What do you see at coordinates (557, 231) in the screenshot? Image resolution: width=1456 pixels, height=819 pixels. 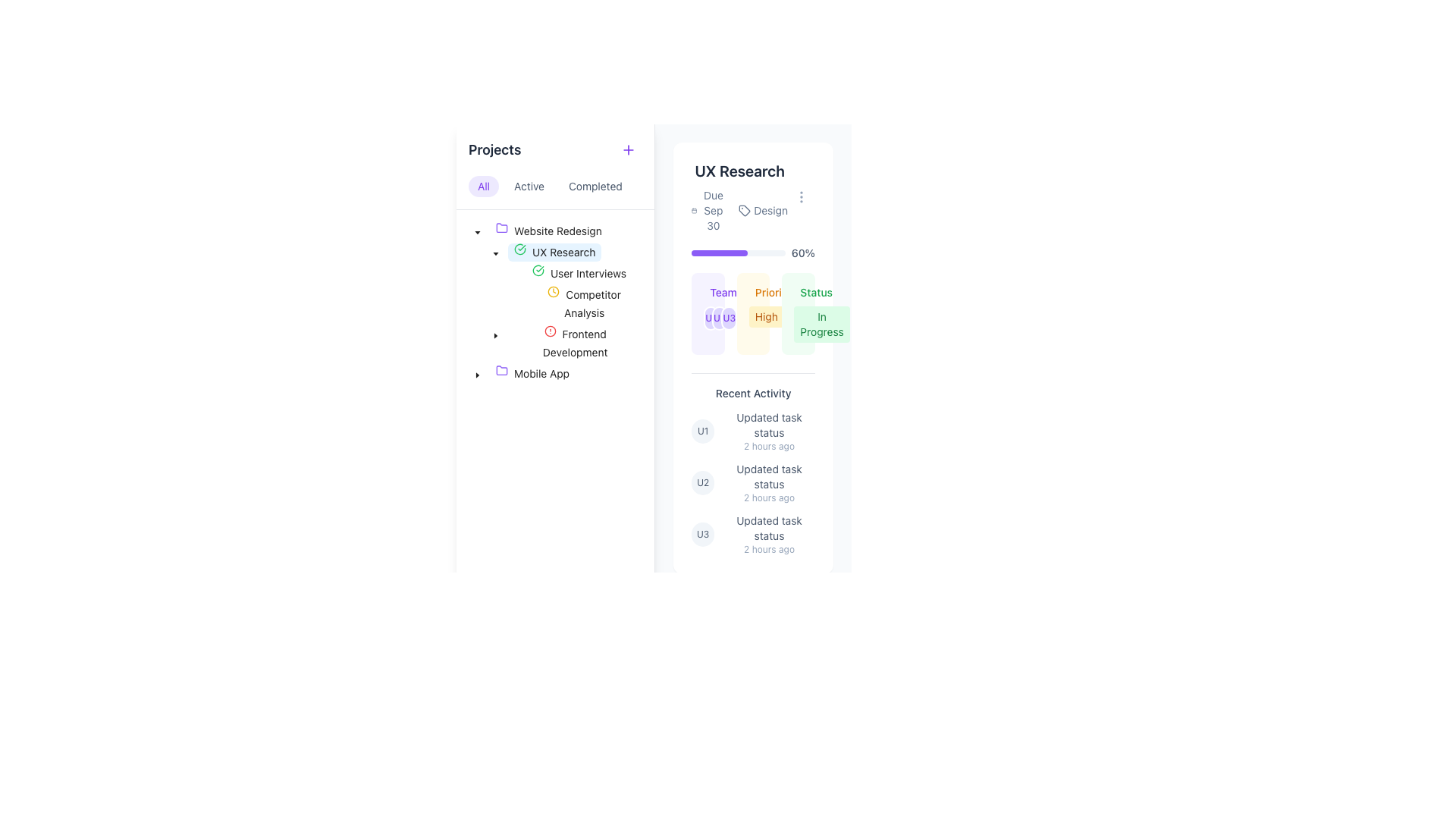 I see `the project category label in the hierarchical tree view` at bounding box center [557, 231].